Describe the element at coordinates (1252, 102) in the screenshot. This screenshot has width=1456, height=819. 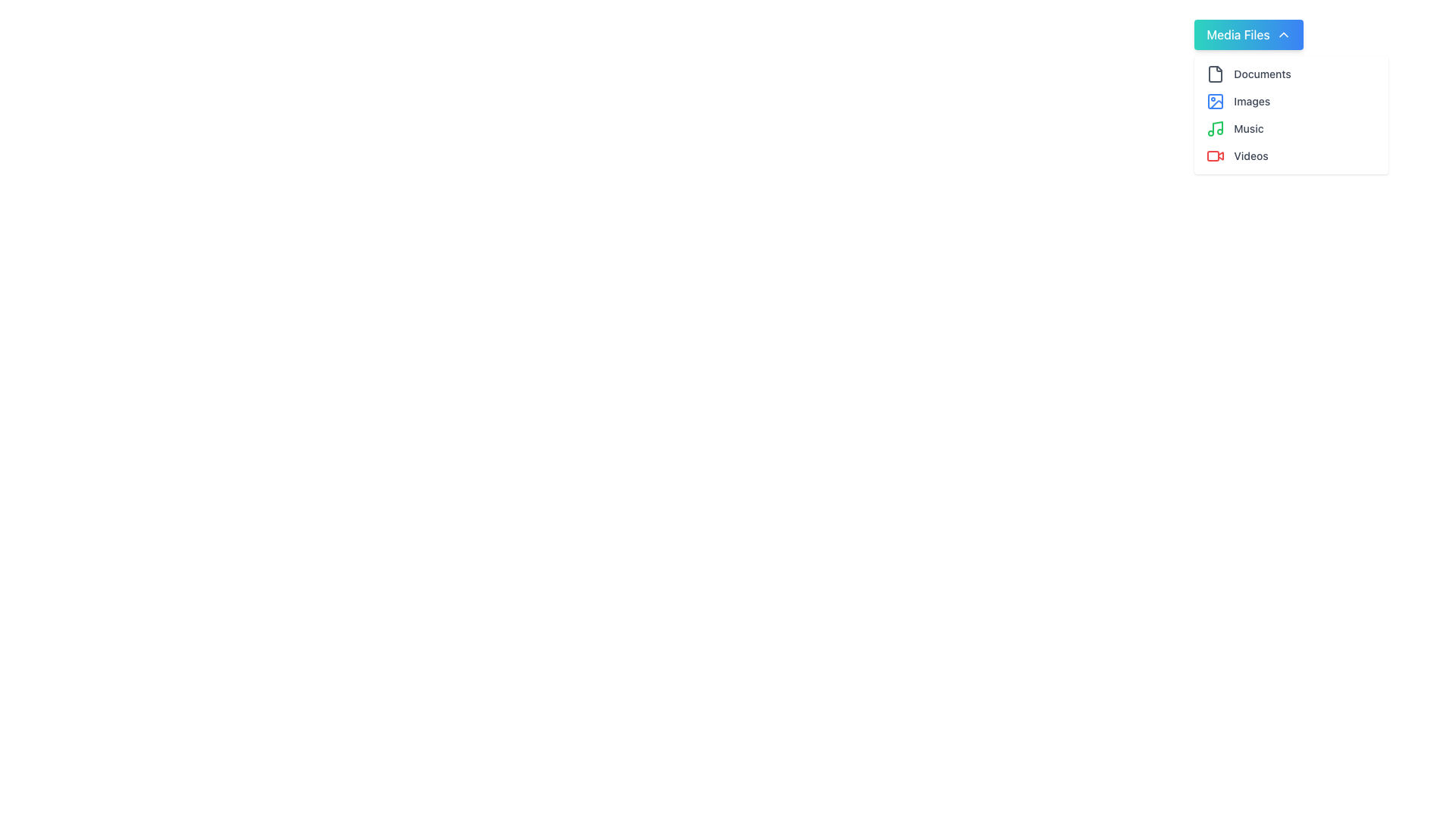
I see `the 'Images' Text Label in the 'Media Files' menu` at that location.